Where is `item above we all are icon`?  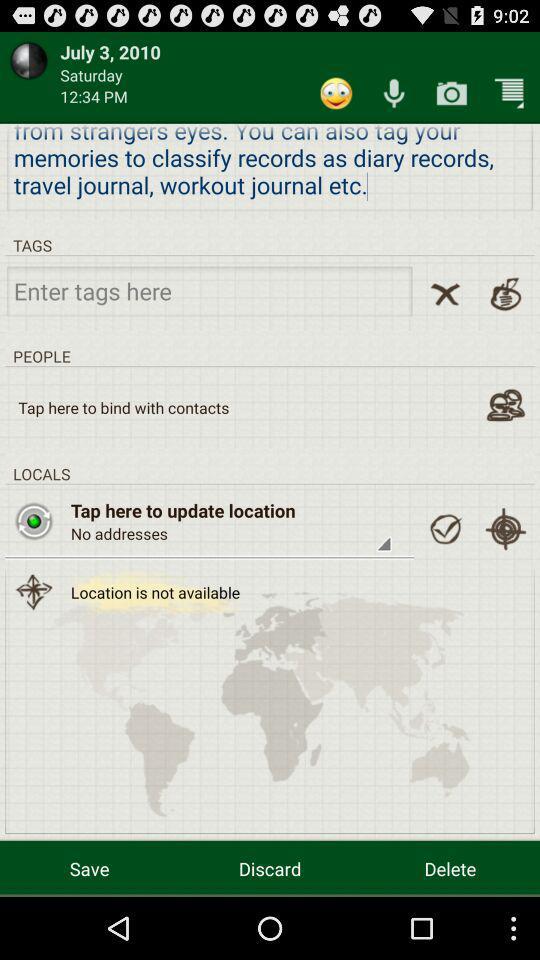 item above we all are icon is located at coordinates (451, 93).